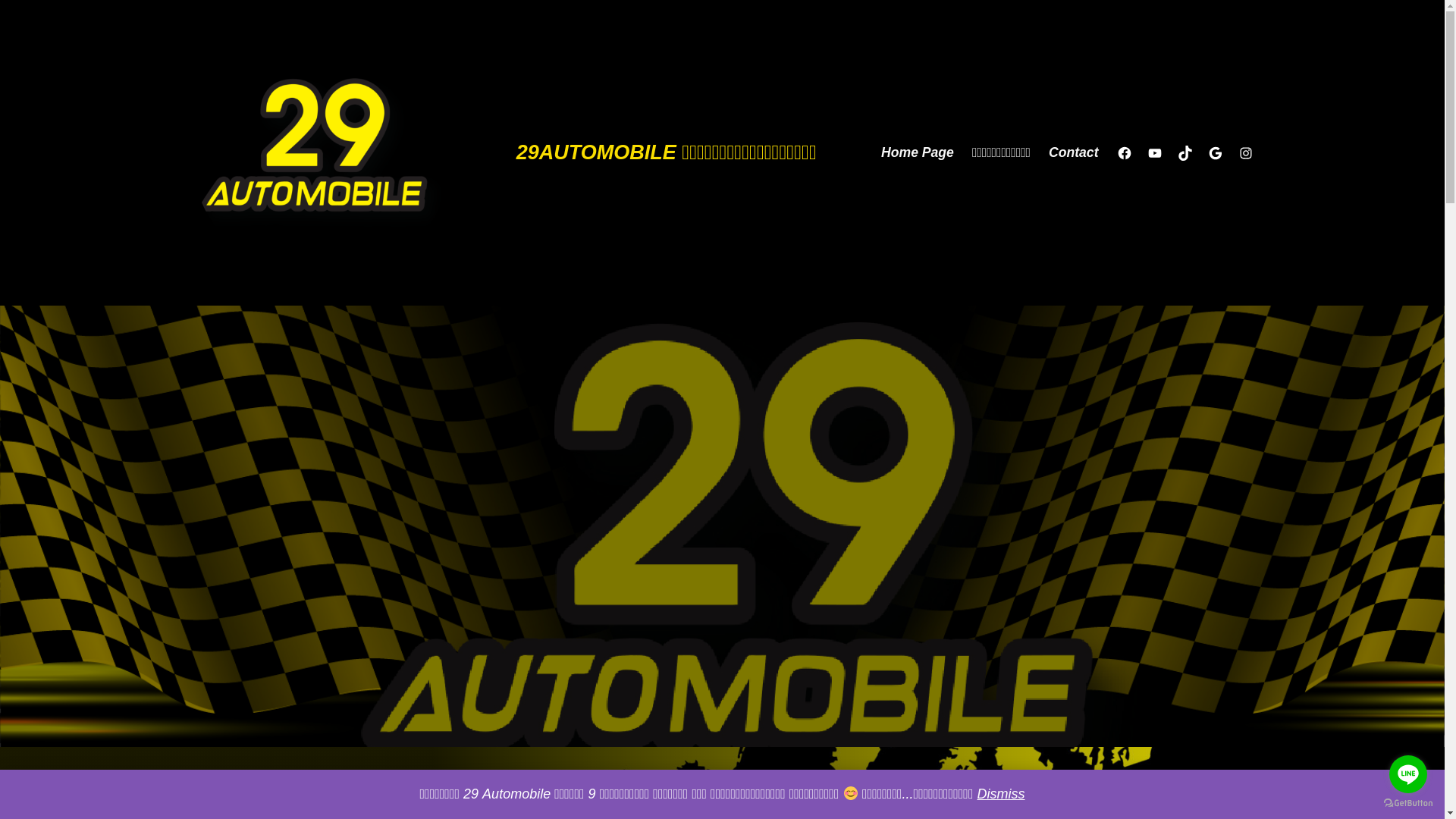  What do you see at coordinates (976, 792) in the screenshot?
I see `'Dismiss'` at bounding box center [976, 792].